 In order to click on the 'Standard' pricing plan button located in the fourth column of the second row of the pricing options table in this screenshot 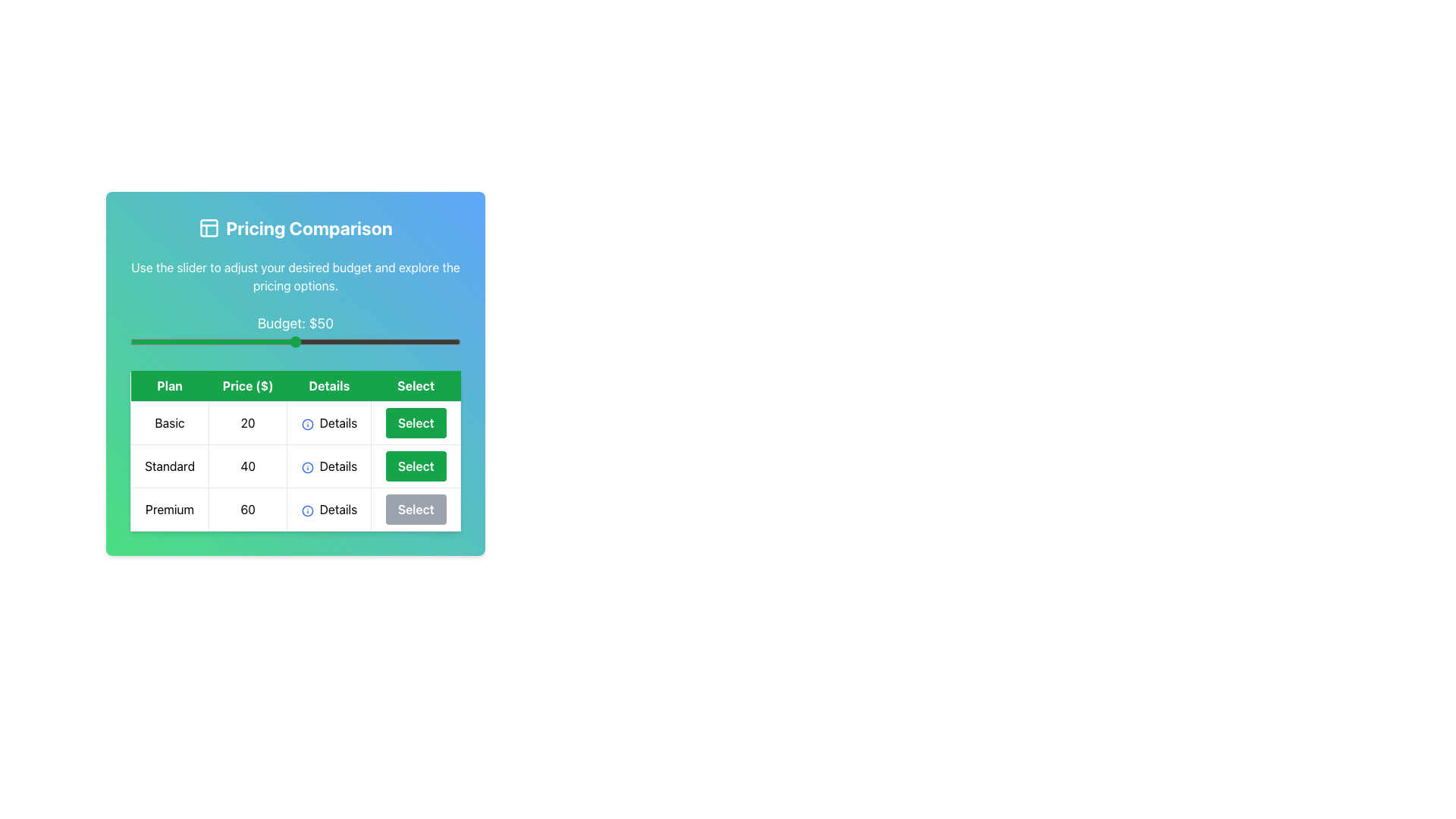, I will do `click(416, 465)`.